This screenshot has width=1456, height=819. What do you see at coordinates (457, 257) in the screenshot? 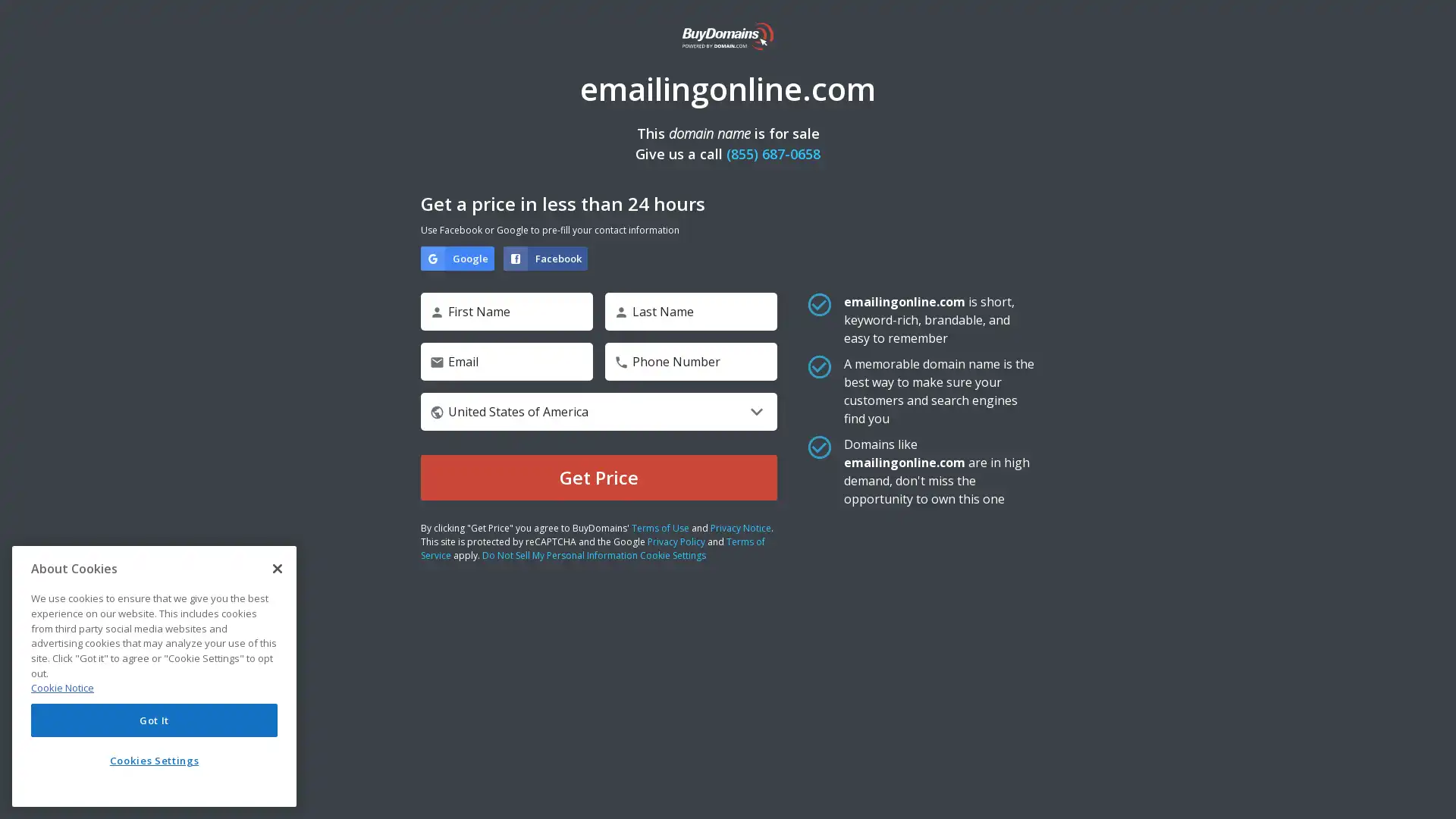
I see `Google` at bounding box center [457, 257].